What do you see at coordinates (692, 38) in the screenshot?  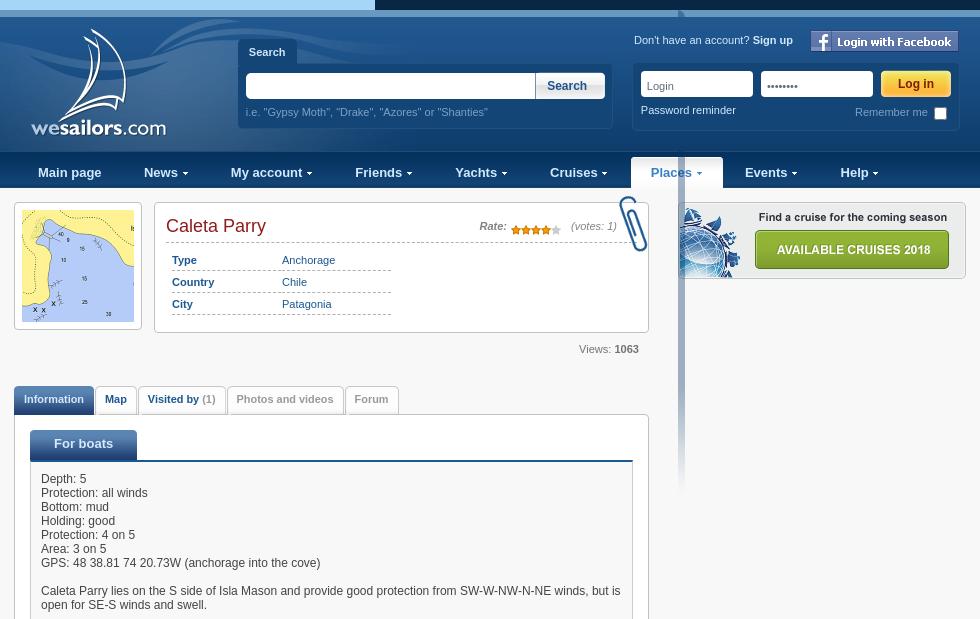 I see `'Don't have an account?'` at bounding box center [692, 38].